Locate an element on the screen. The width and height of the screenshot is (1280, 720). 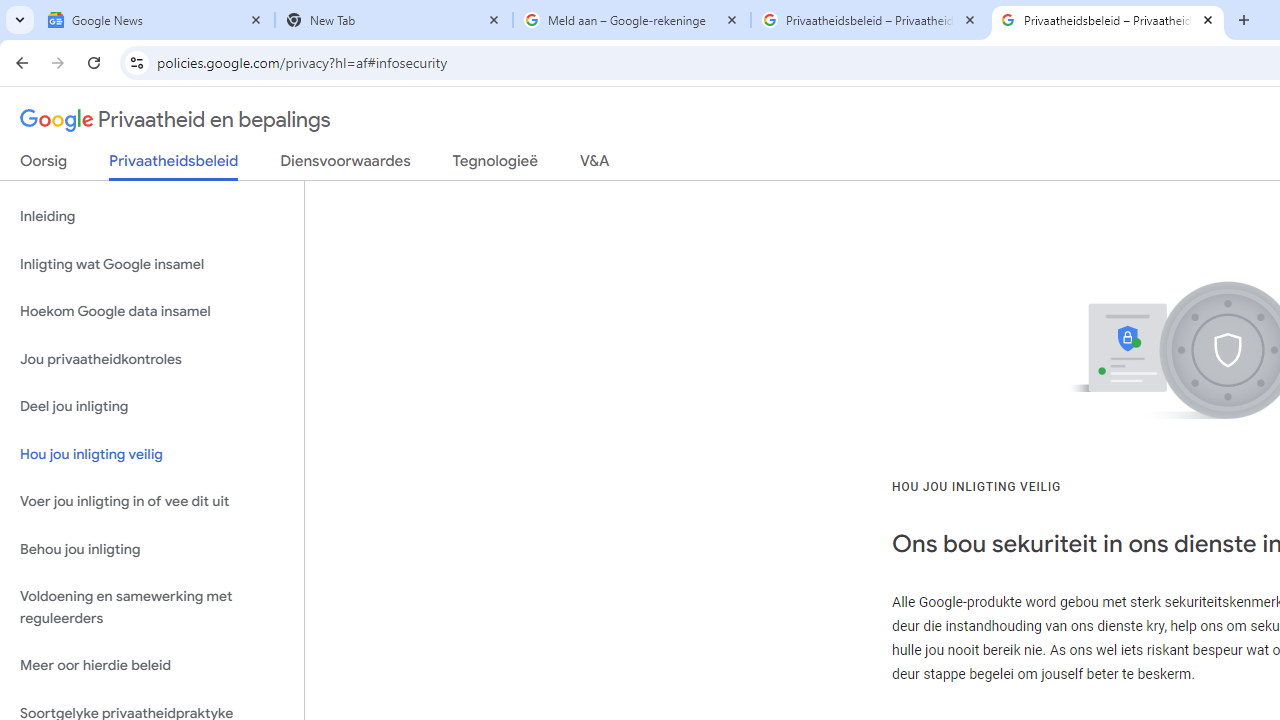
'Behou jou inligting' is located at coordinates (151, 549).